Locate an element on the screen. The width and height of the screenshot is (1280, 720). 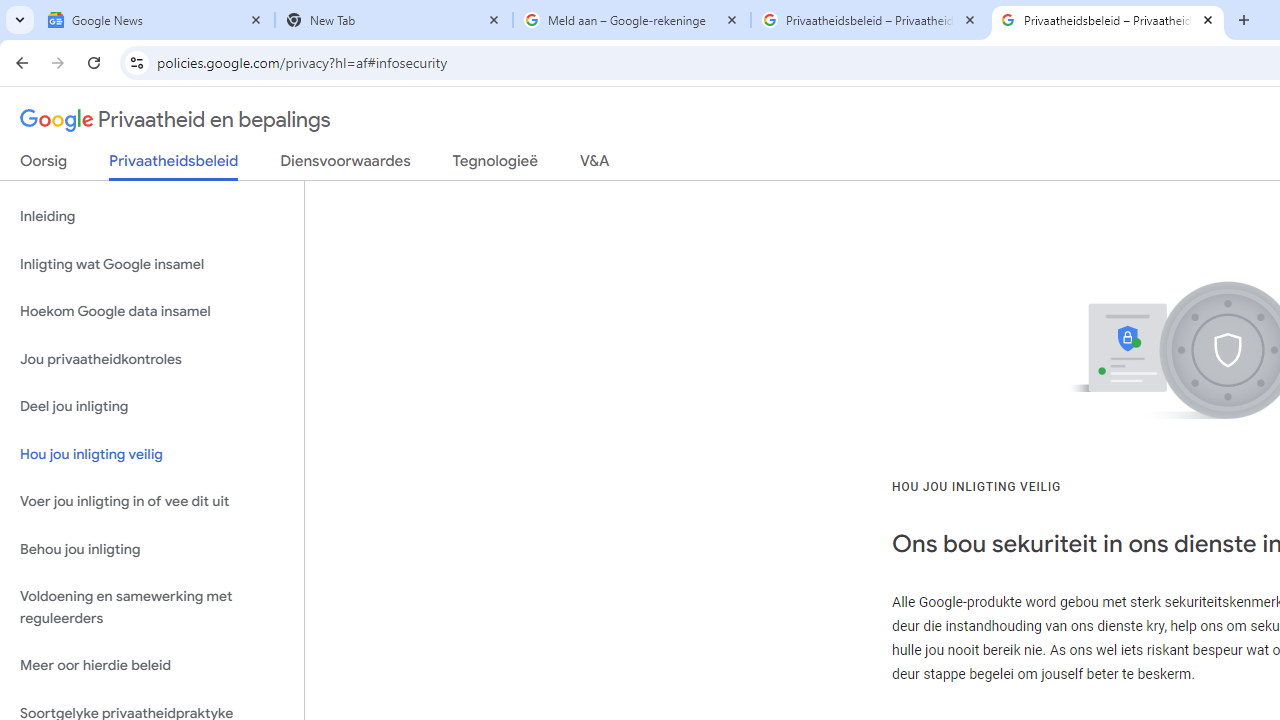
'Behou jou inligting' is located at coordinates (151, 549).